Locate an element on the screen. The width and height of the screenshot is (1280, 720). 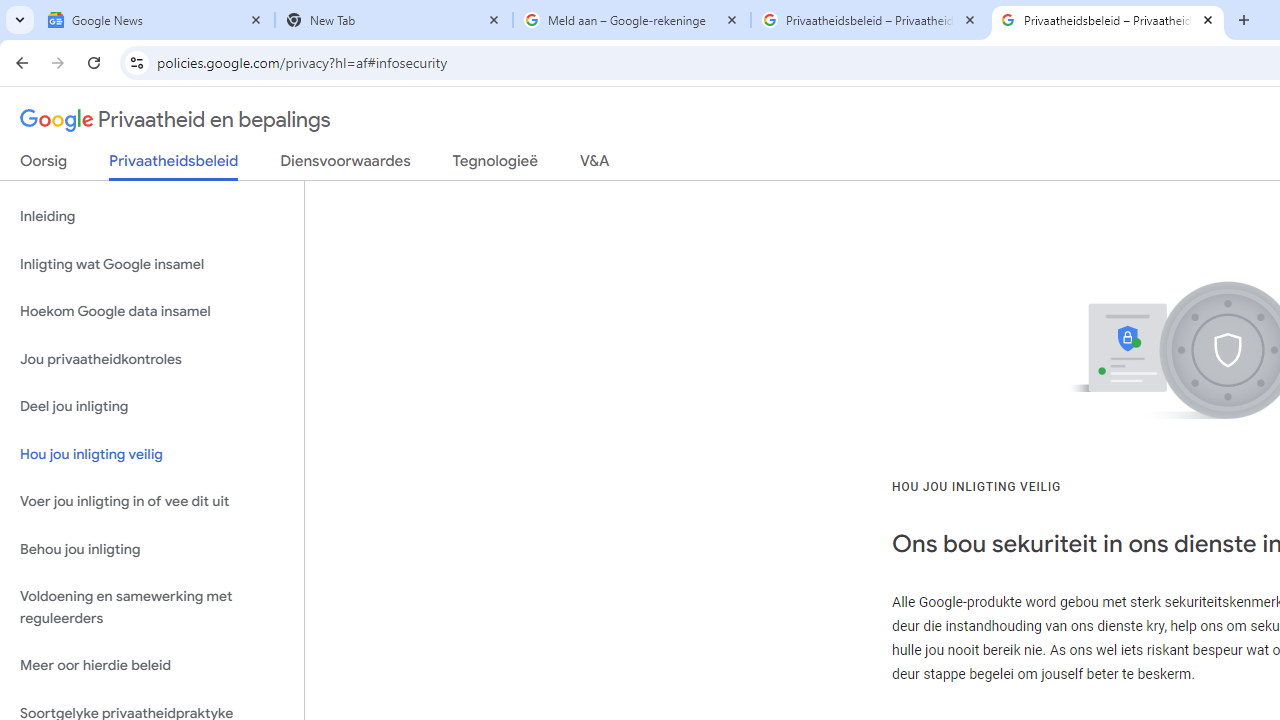
'Behou jou inligting' is located at coordinates (151, 549).